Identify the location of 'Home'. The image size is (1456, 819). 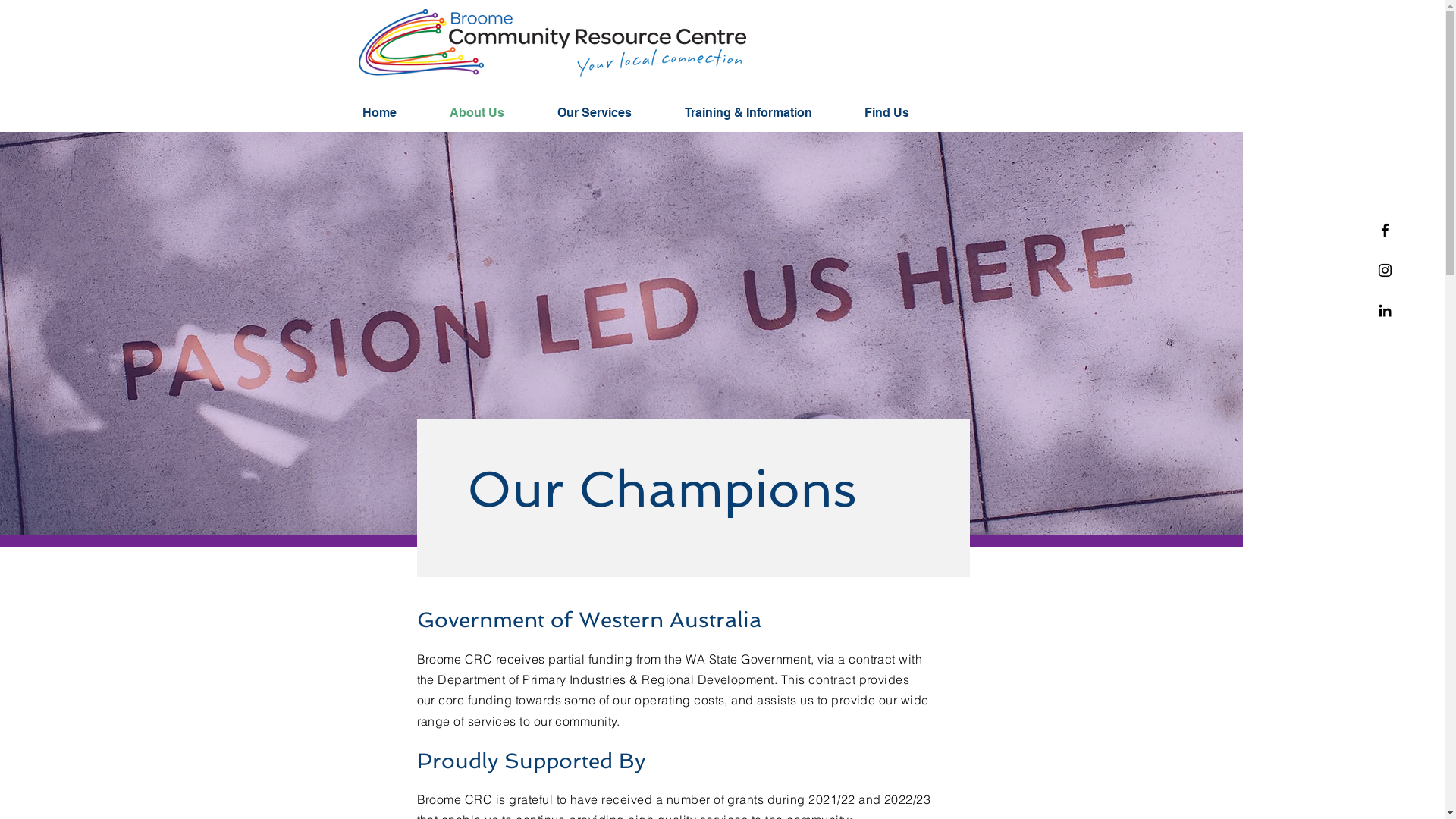
(349, 112).